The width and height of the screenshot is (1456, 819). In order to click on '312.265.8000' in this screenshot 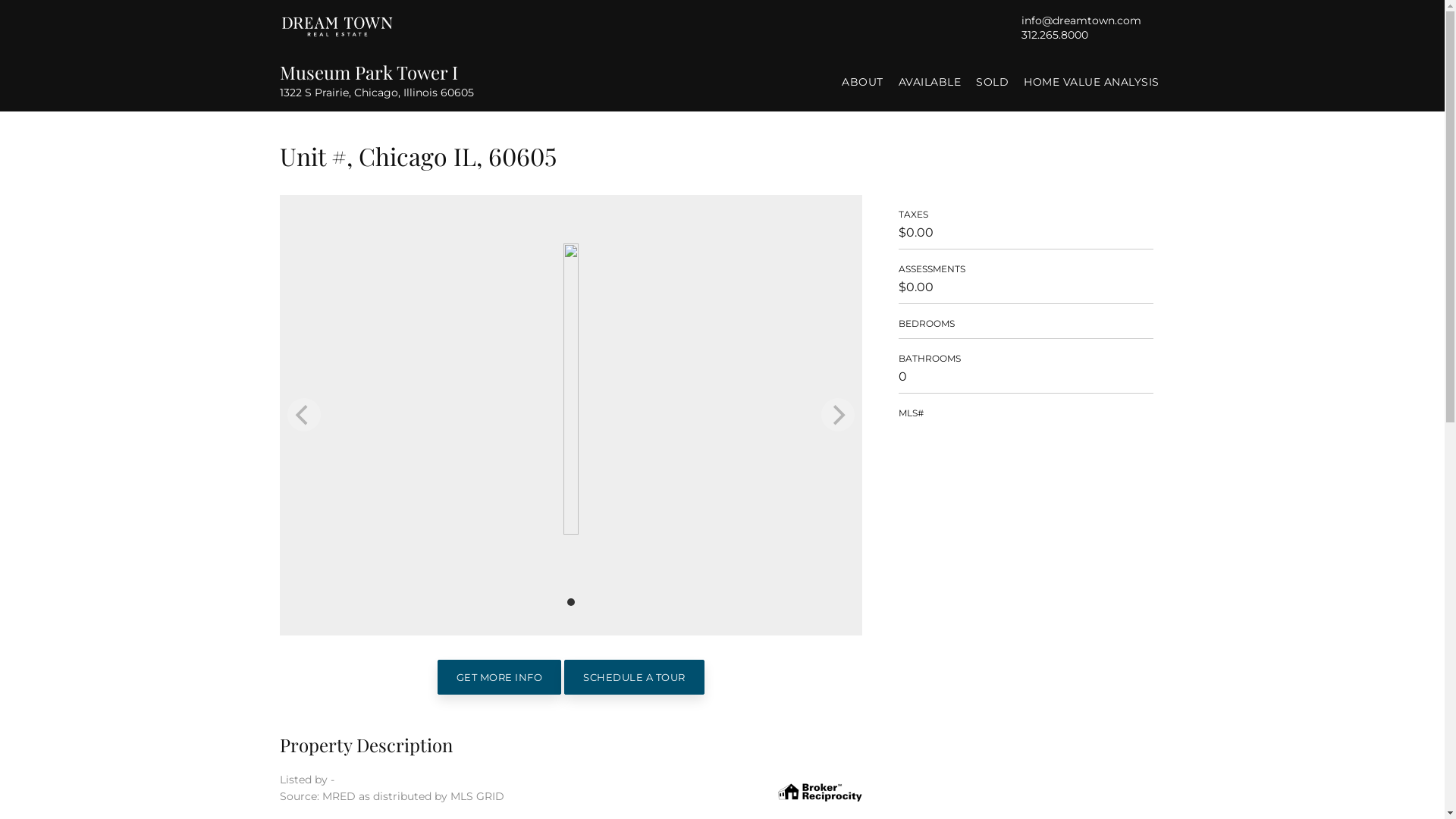, I will do `click(1020, 34)`.